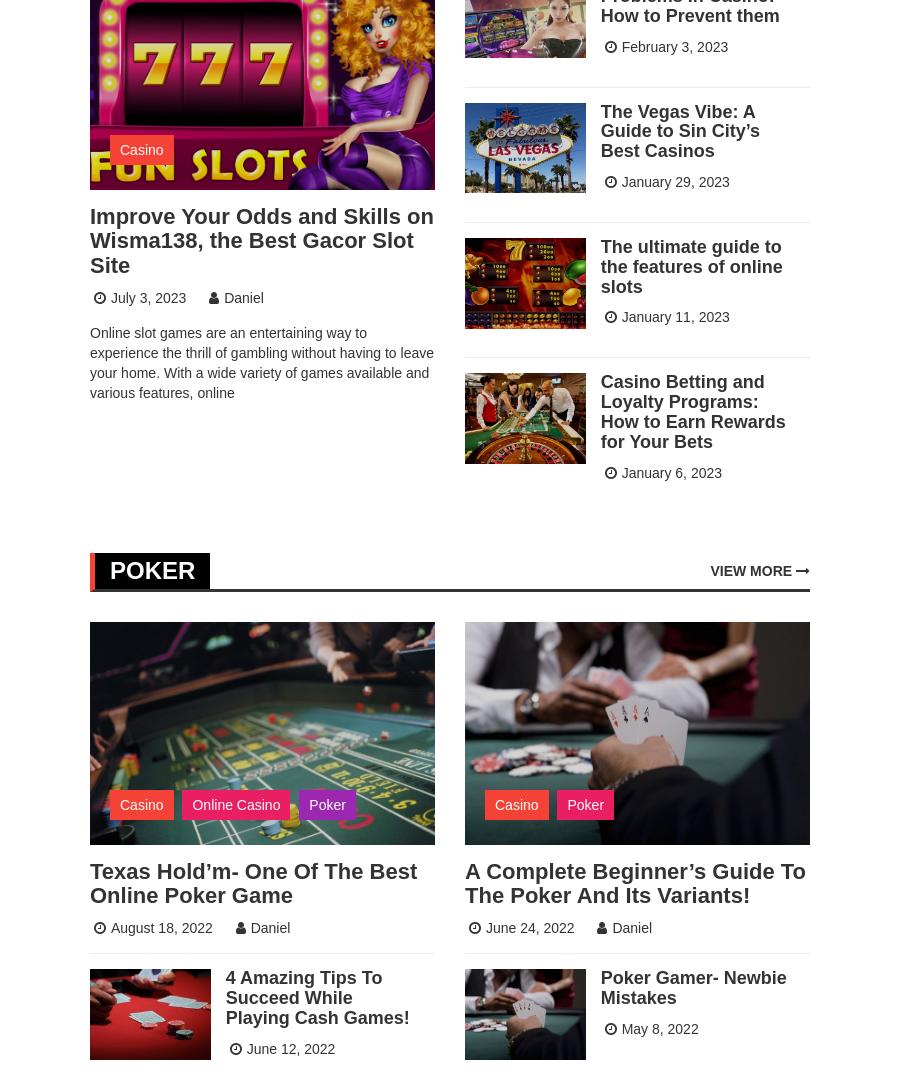  Describe the element at coordinates (260, 361) in the screenshot. I see `'Online slot games are an entertaining way to experience the thrill of gambling without having to leave your home. With a wide variety of games available and various features, online'` at that location.